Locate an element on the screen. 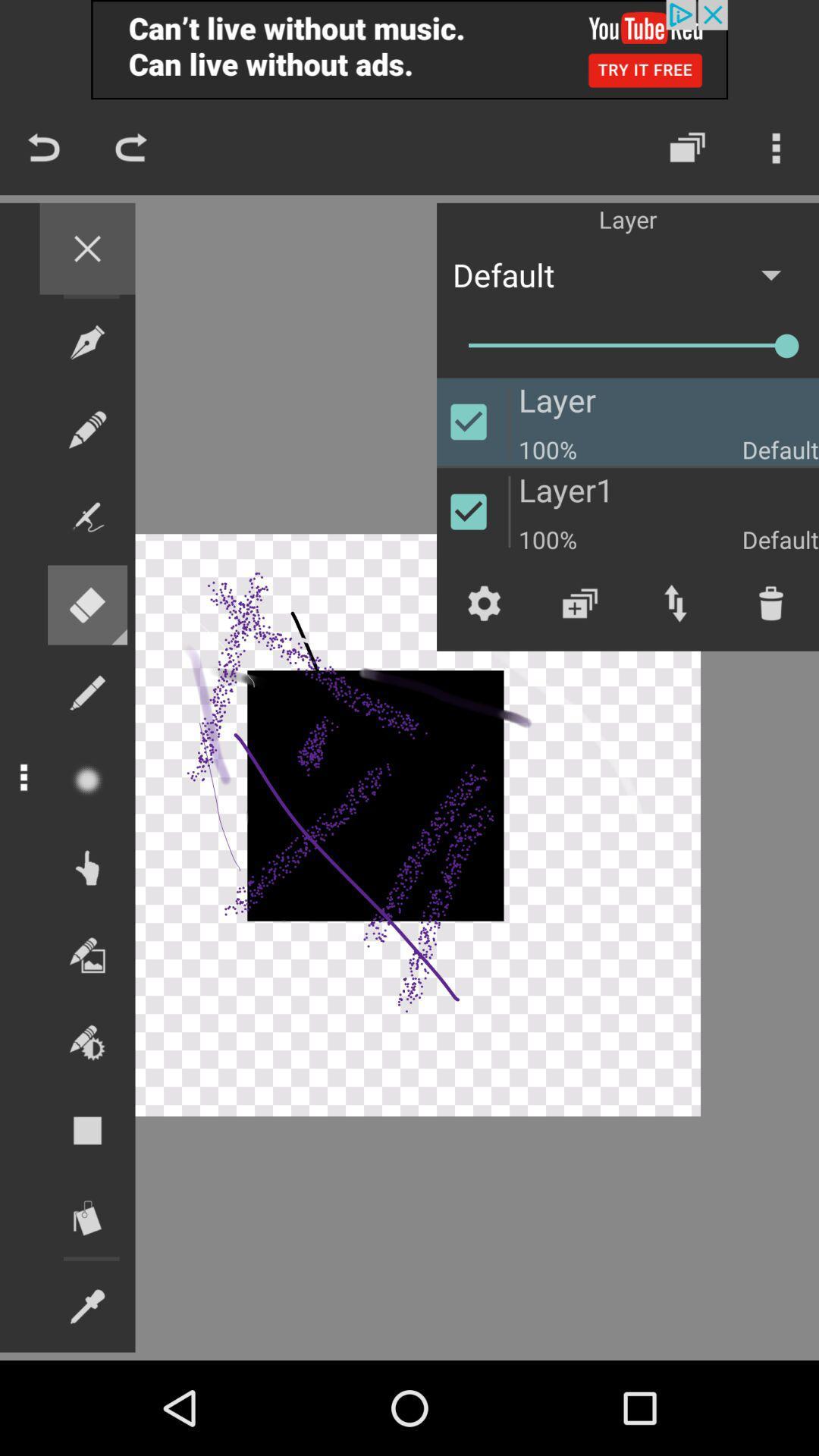 The height and width of the screenshot is (1456, 819). the delete icon is located at coordinates (771, 602).